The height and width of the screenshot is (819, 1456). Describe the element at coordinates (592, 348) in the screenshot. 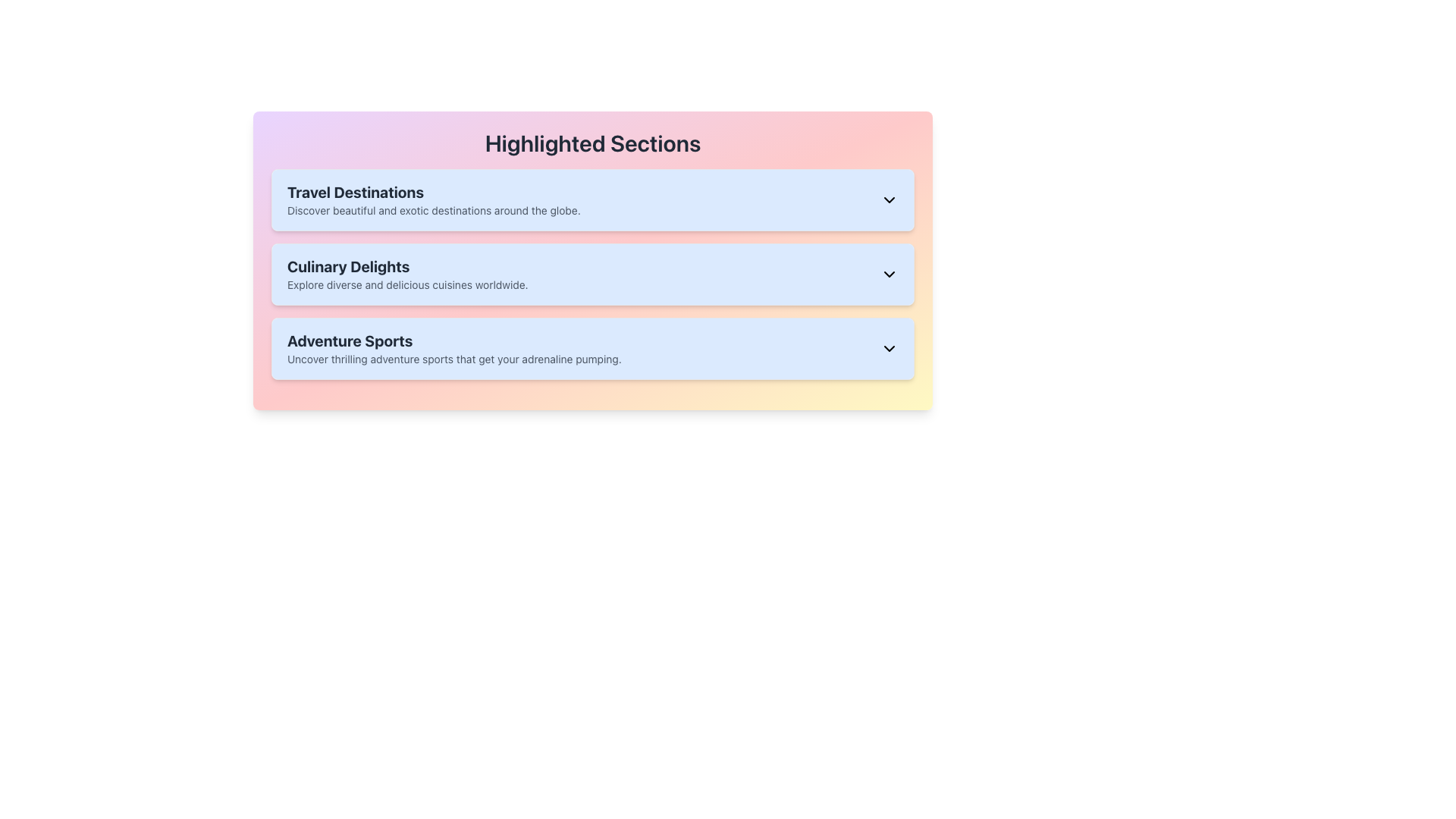

I see `the 'Adventure Sports' Collapsible Section Header` at that location.